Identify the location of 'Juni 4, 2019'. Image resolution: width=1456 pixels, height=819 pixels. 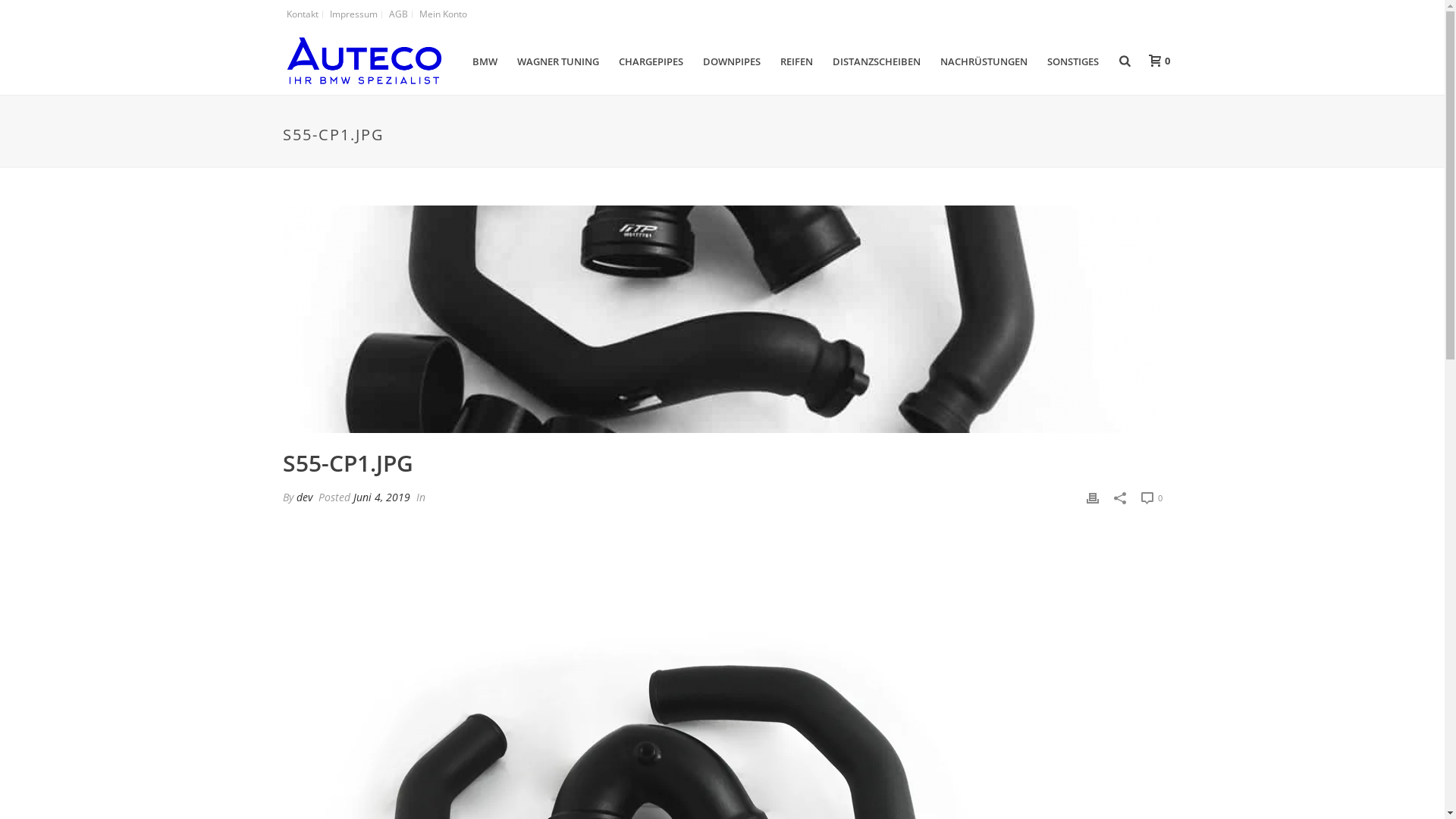
(352, 497).